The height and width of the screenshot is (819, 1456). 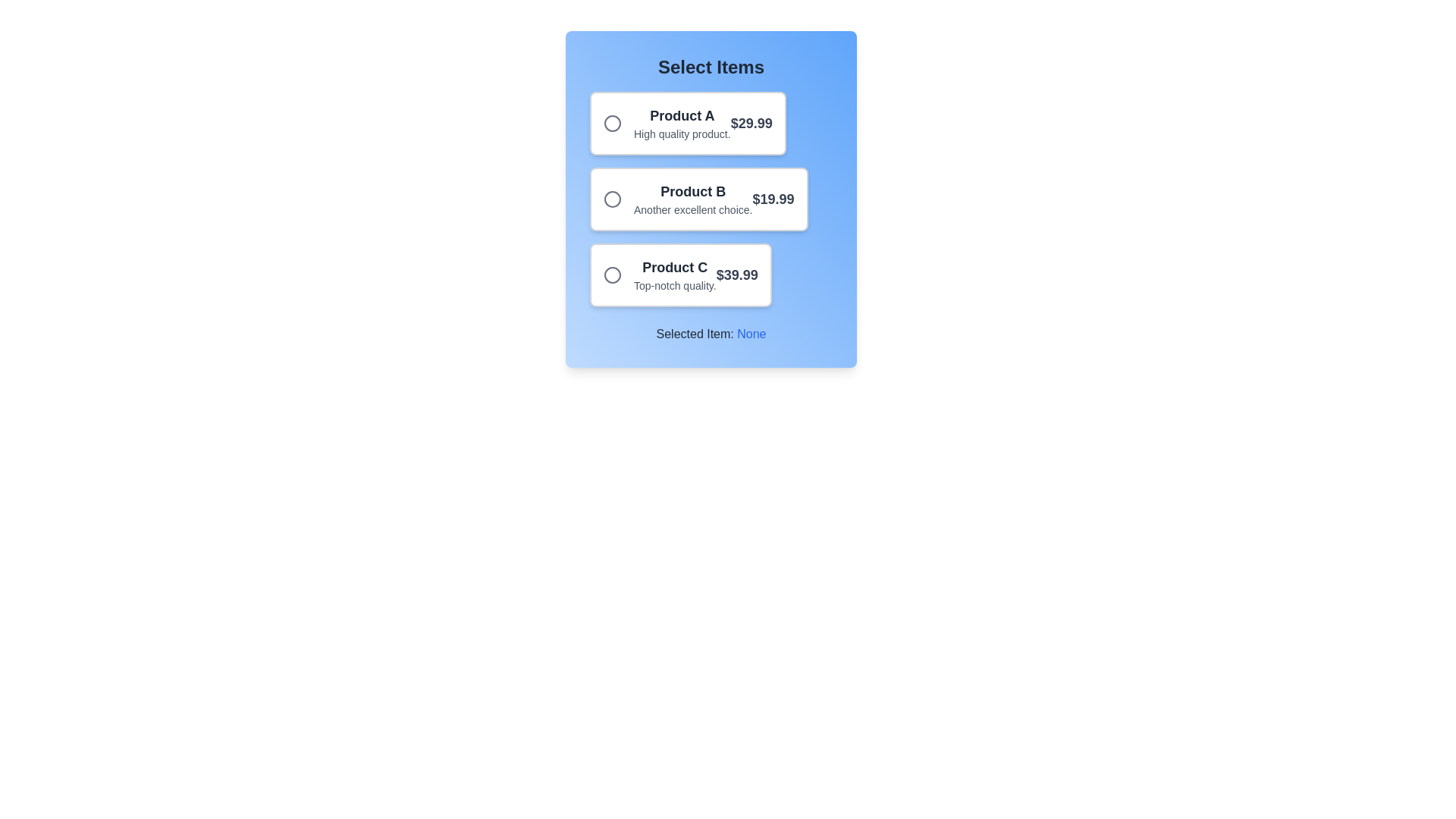 What do you see at coordinates (612, 122) in the screenshot?
I see `the Radio button to the left of the 'Product A' label` at bounding box center [612, 122].